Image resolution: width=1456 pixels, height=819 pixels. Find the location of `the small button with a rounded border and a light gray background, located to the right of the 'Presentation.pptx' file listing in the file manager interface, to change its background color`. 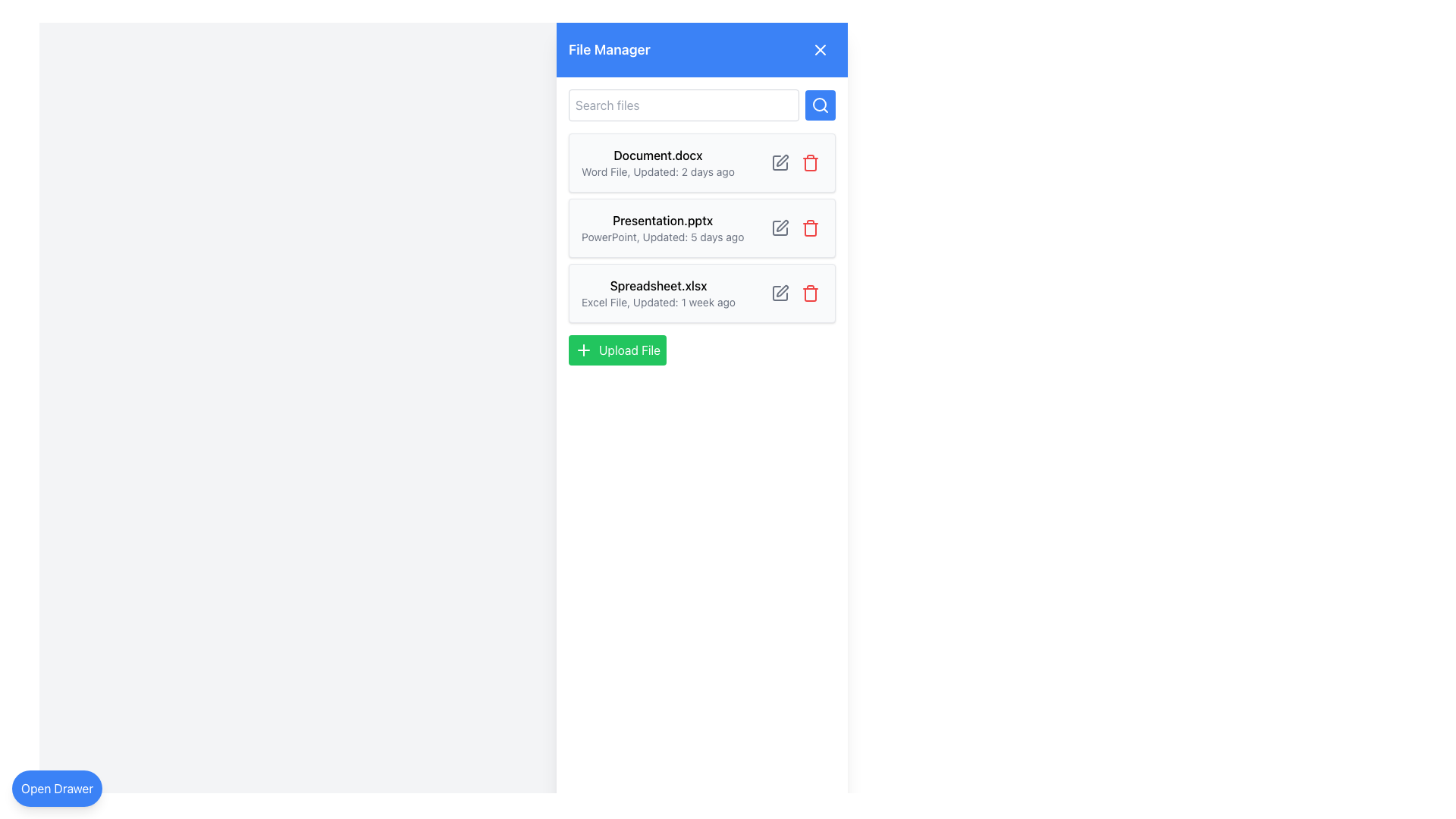

the small button with a rounded border and a light gray background, located to the right of the 'Presentation.pptx' file listing in the file manager interface, to change its background color is located at coordinates (780, 227).